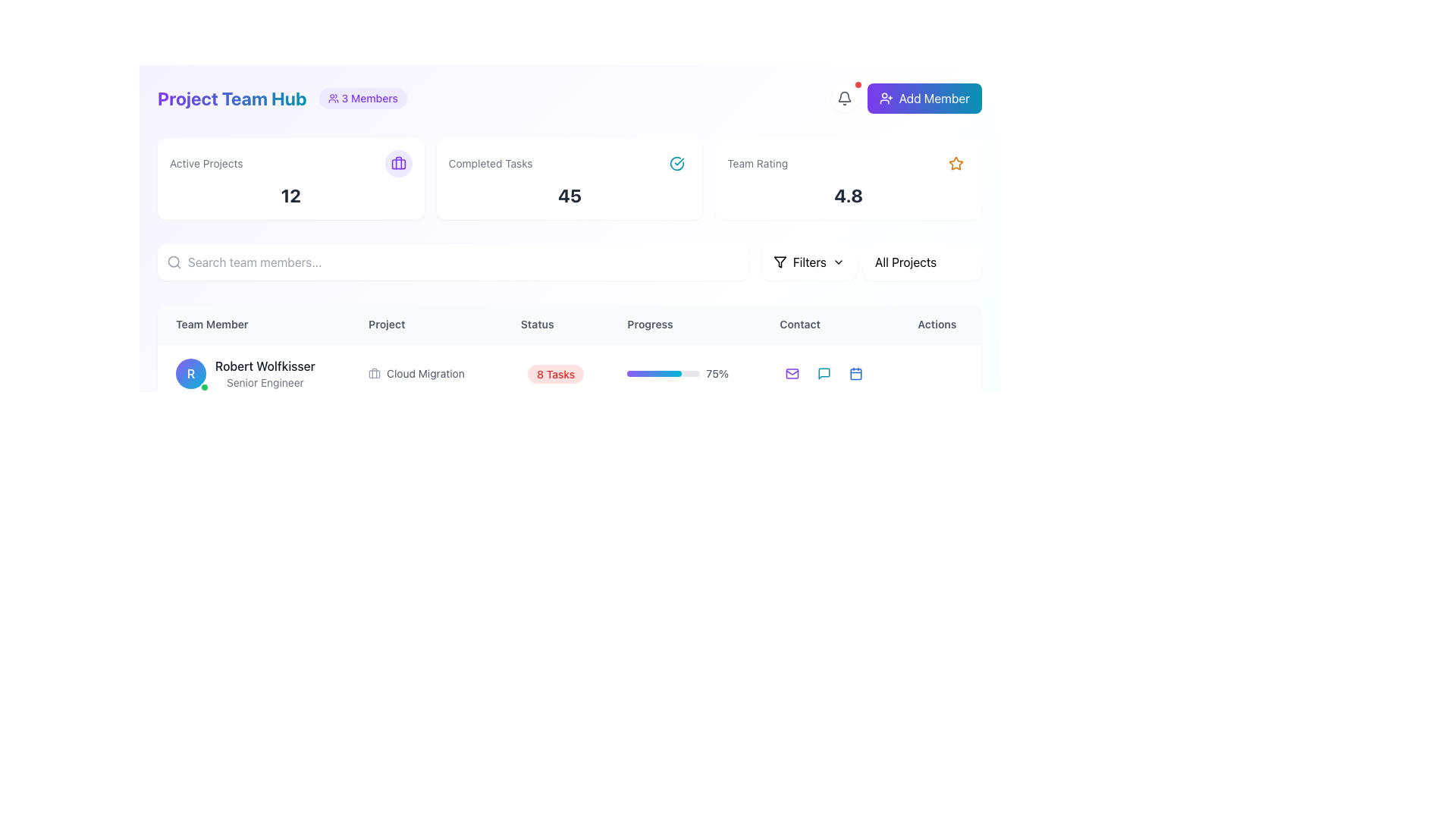 This screenshot has width=1456, height=819. What do you see at coordinates (792, 374) in the screenshot?
I see `the rectangular shape with rounded corners that is part of the mail envelope icon located in the 'Contact' column of the user interface` at bounding box center [792, 374].